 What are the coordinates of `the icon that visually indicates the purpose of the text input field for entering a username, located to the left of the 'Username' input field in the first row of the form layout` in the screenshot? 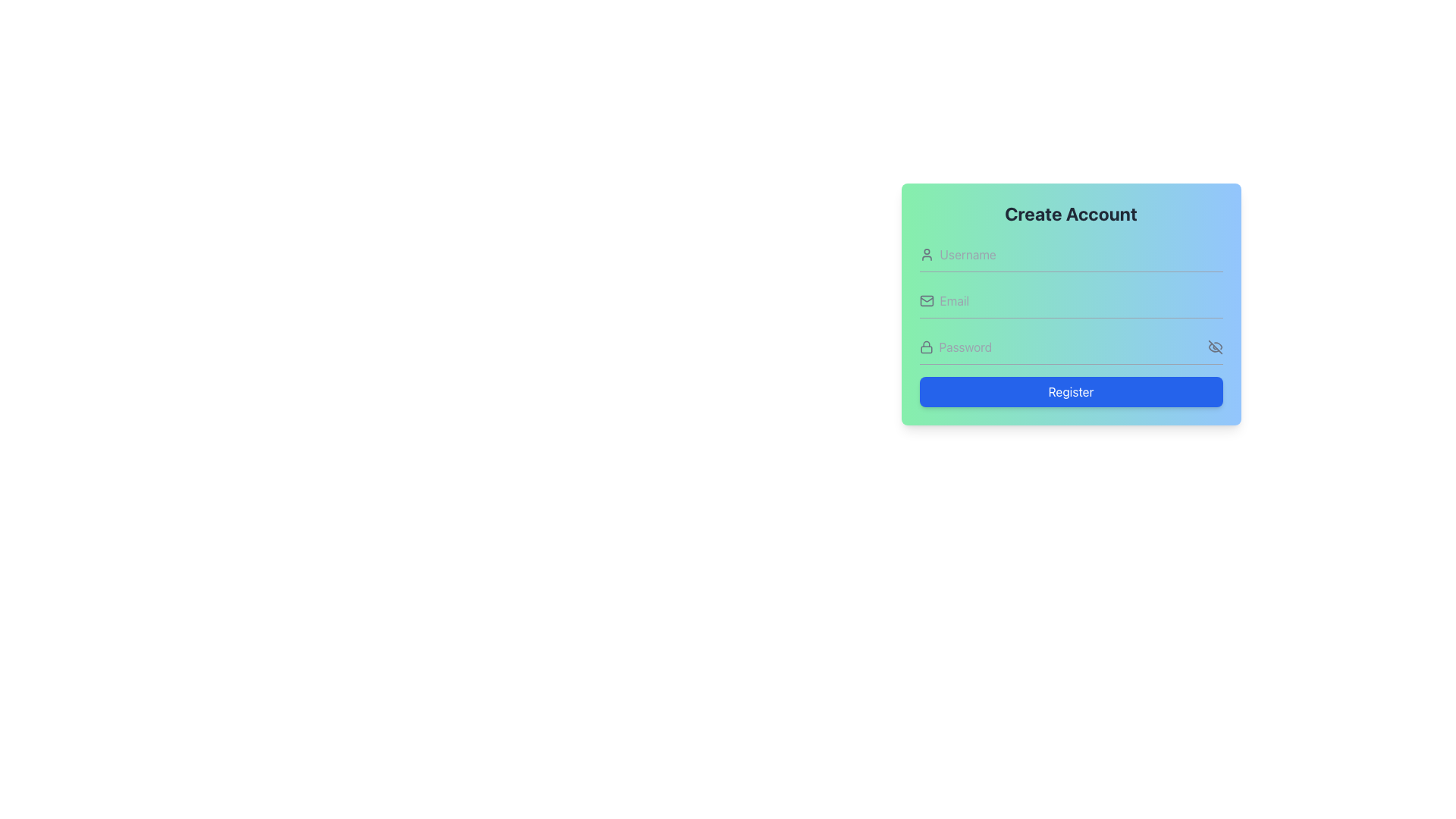 It's located at (926, 253).